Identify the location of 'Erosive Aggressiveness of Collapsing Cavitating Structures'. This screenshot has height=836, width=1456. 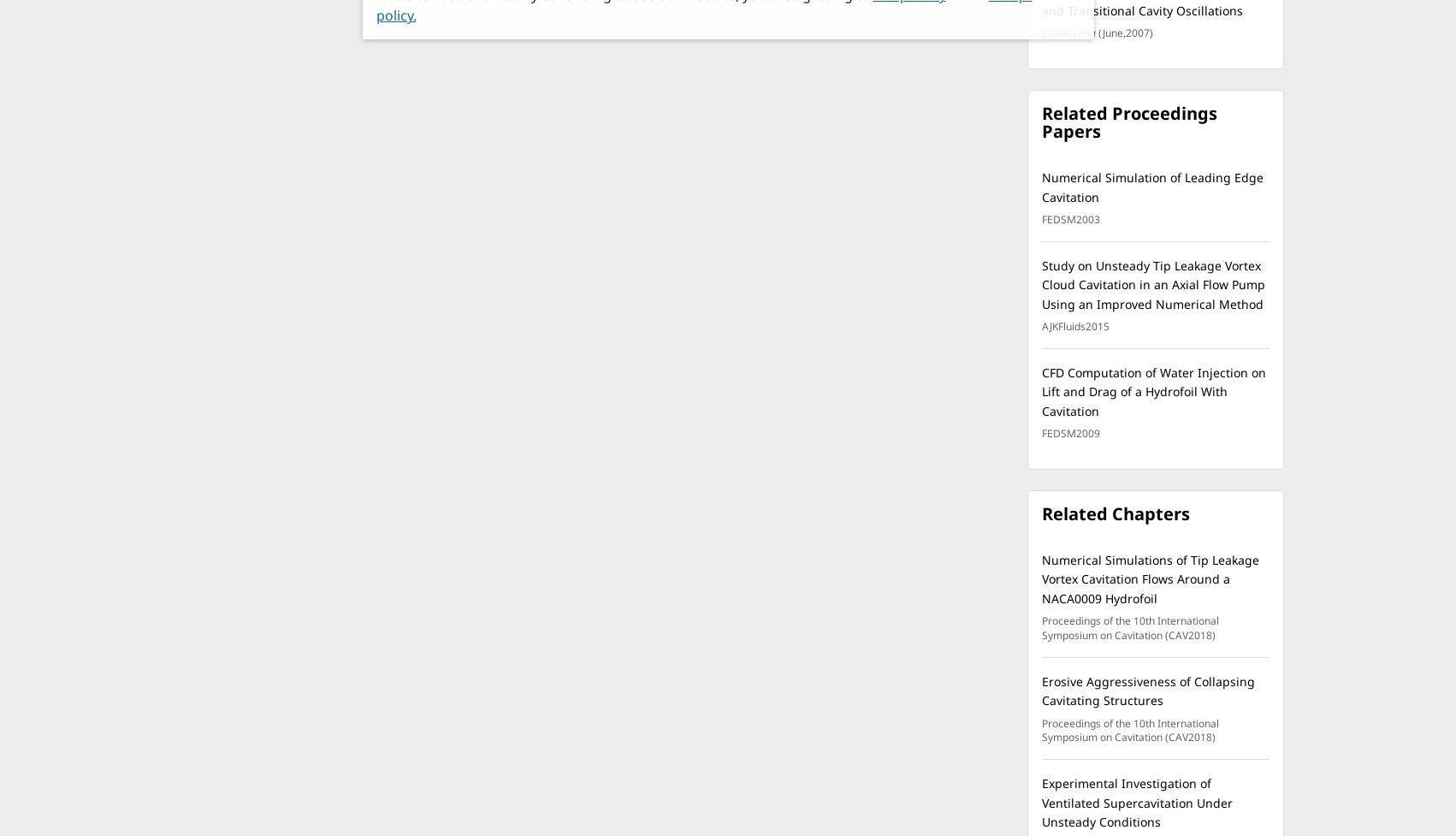
(1147, 691).